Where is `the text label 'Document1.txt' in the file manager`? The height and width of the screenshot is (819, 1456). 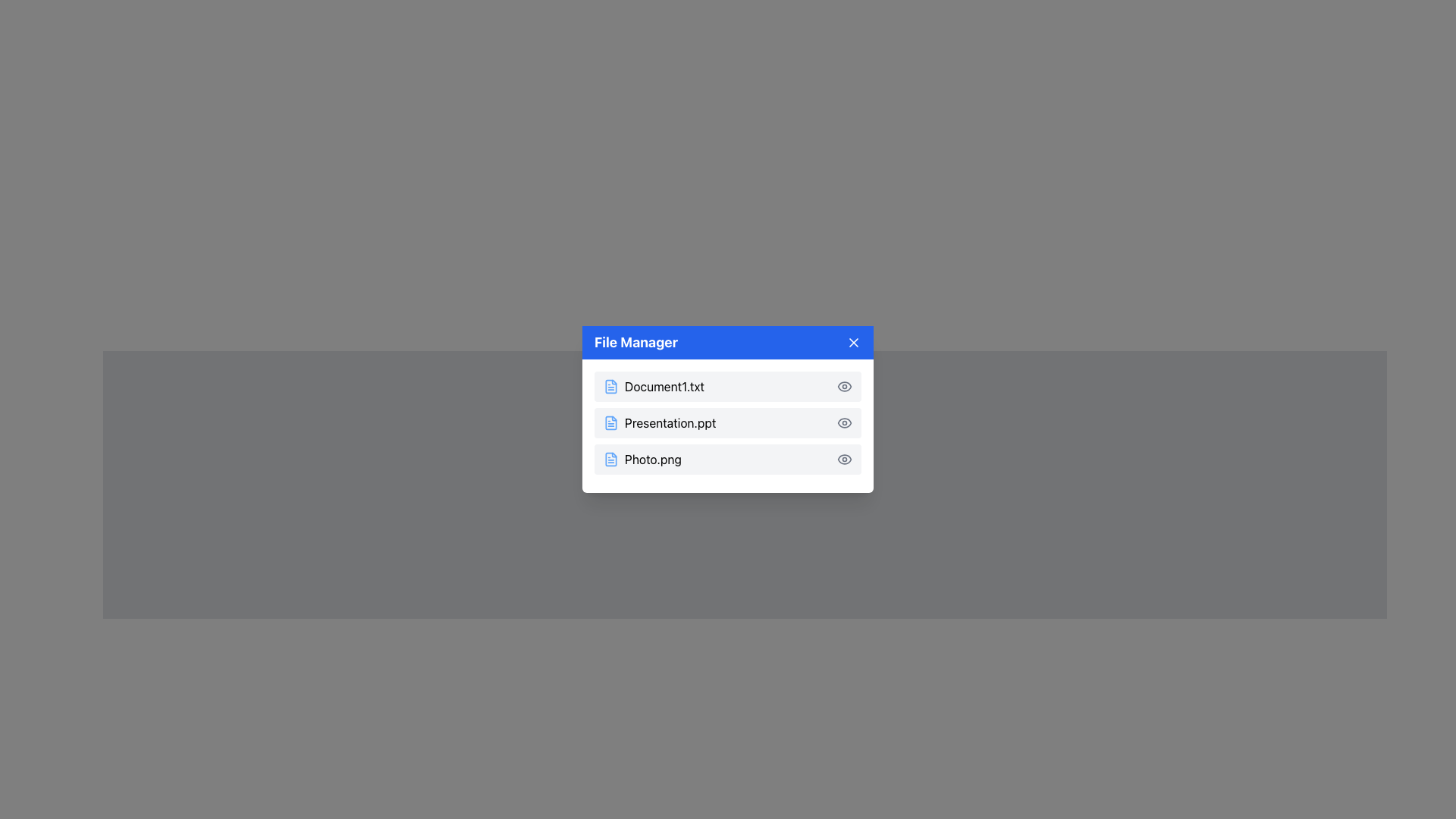 the text label 'Document1.txt' in the file manager is located at coordinates (664, 385).